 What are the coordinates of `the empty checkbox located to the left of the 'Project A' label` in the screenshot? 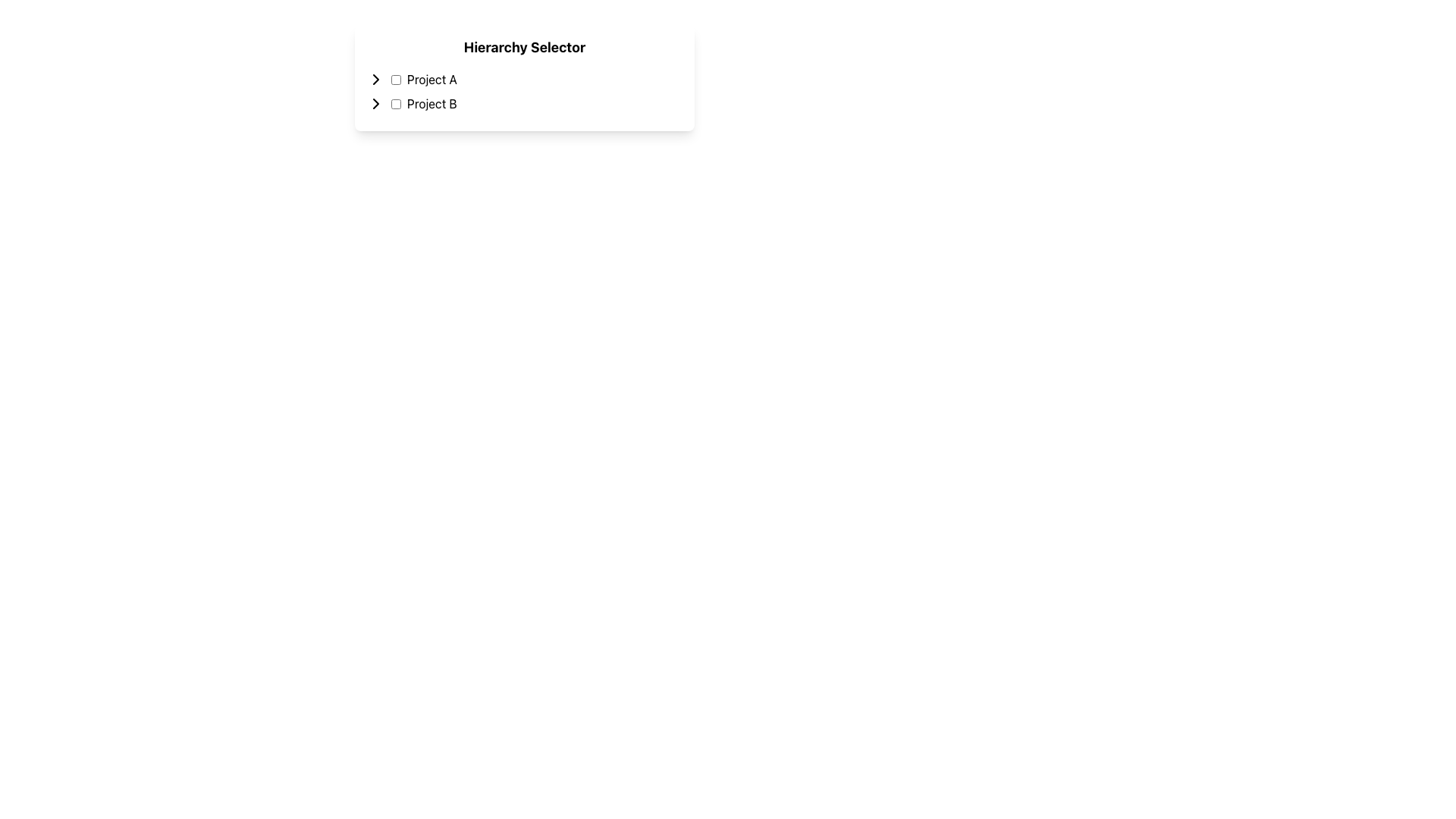 It's located at (396, 79).